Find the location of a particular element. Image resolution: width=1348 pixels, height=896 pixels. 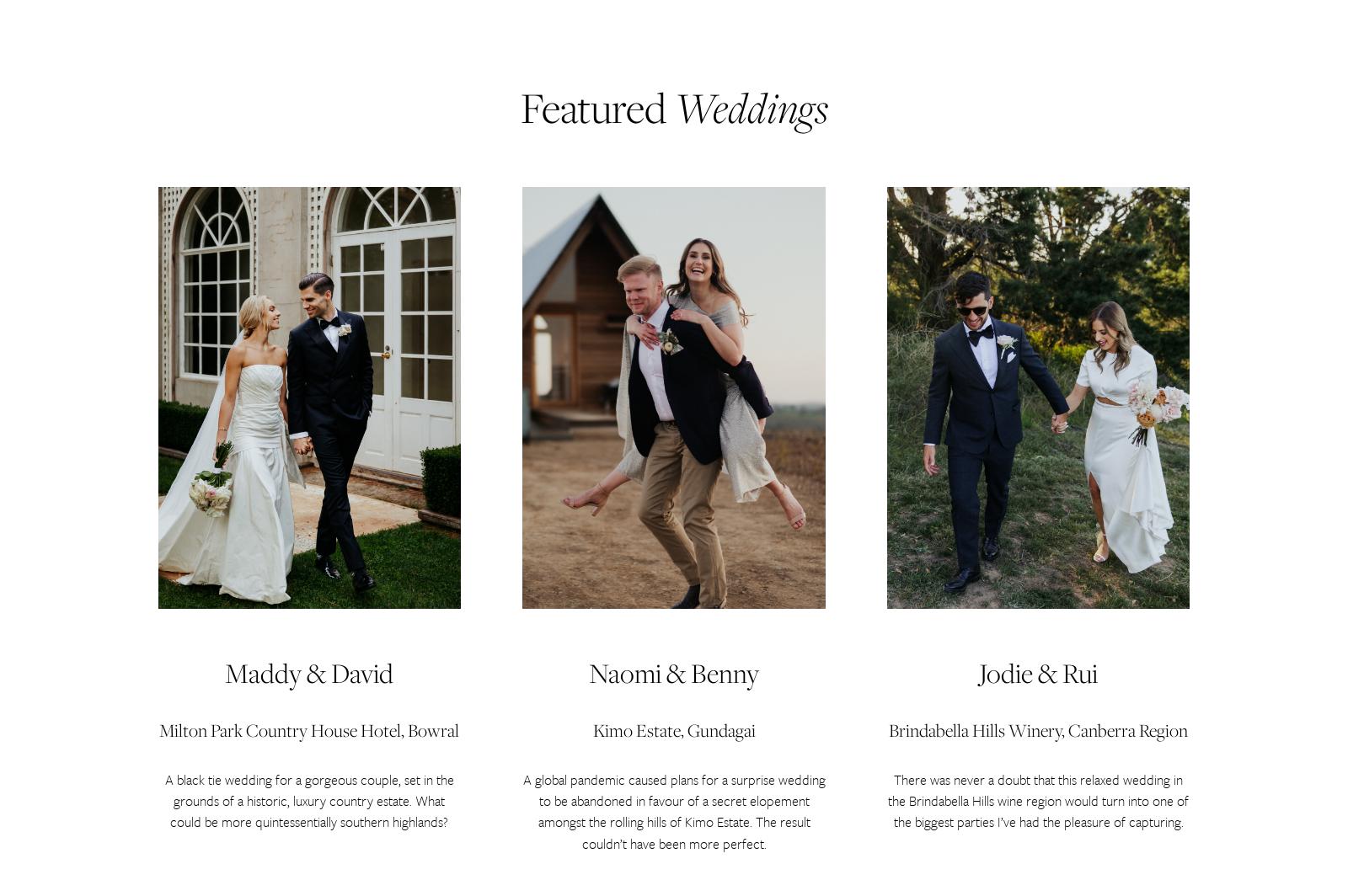

'Featured' is located at coordinates (592, 107).